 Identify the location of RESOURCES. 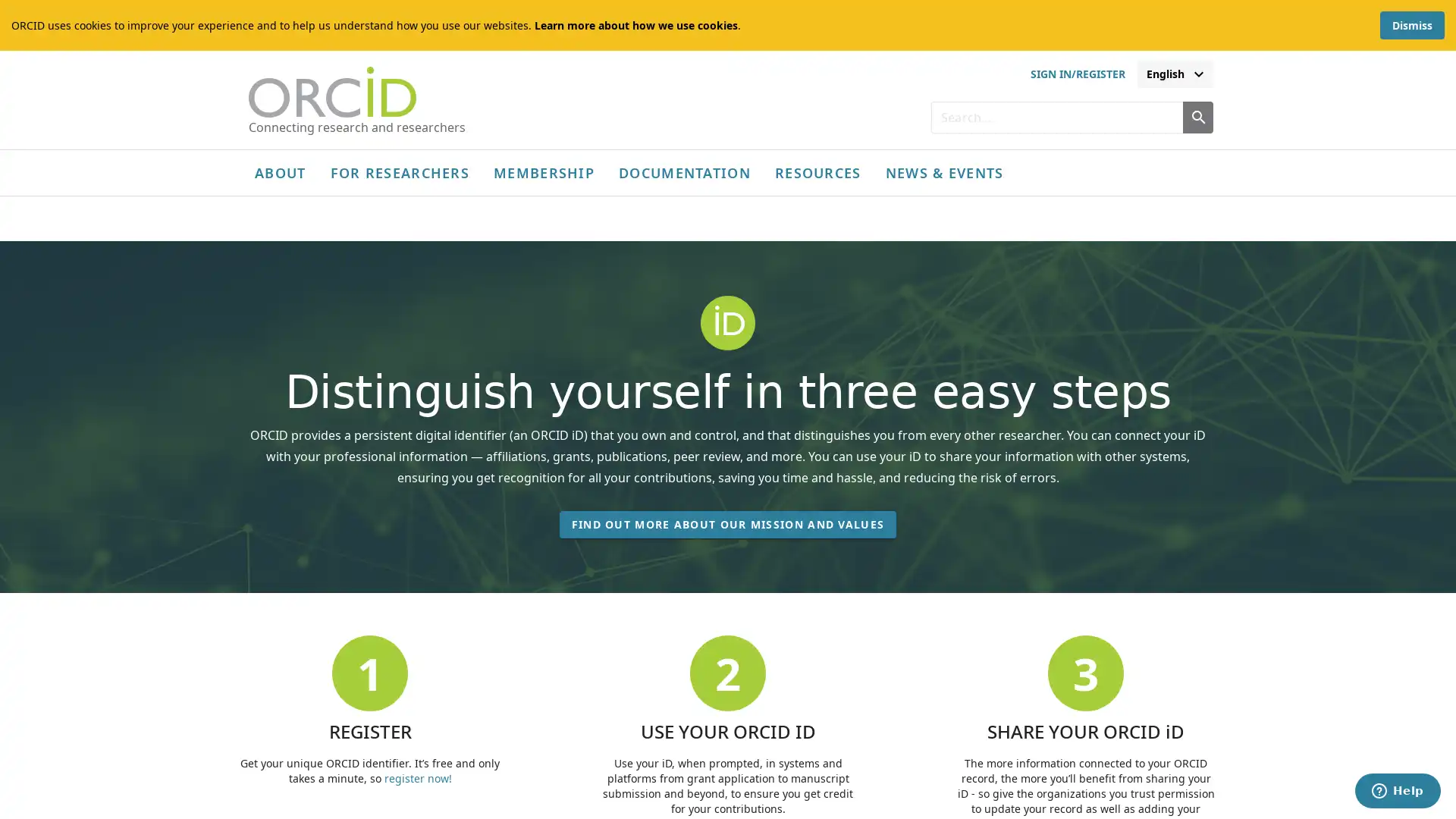
(817, 171).